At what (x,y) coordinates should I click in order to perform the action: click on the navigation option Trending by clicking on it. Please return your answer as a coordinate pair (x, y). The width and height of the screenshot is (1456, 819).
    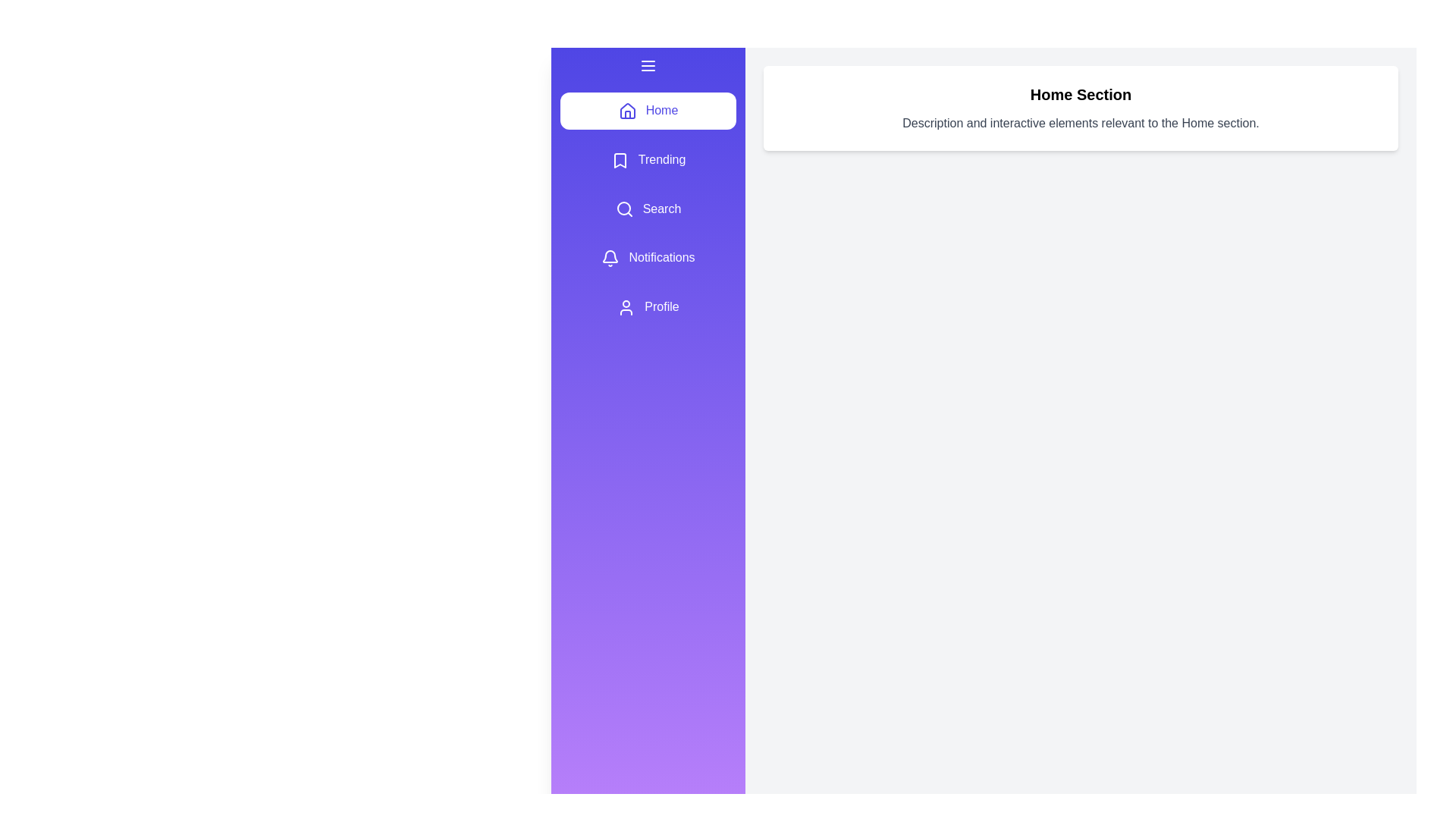
    Looking at the image, I should click on (648, 160).